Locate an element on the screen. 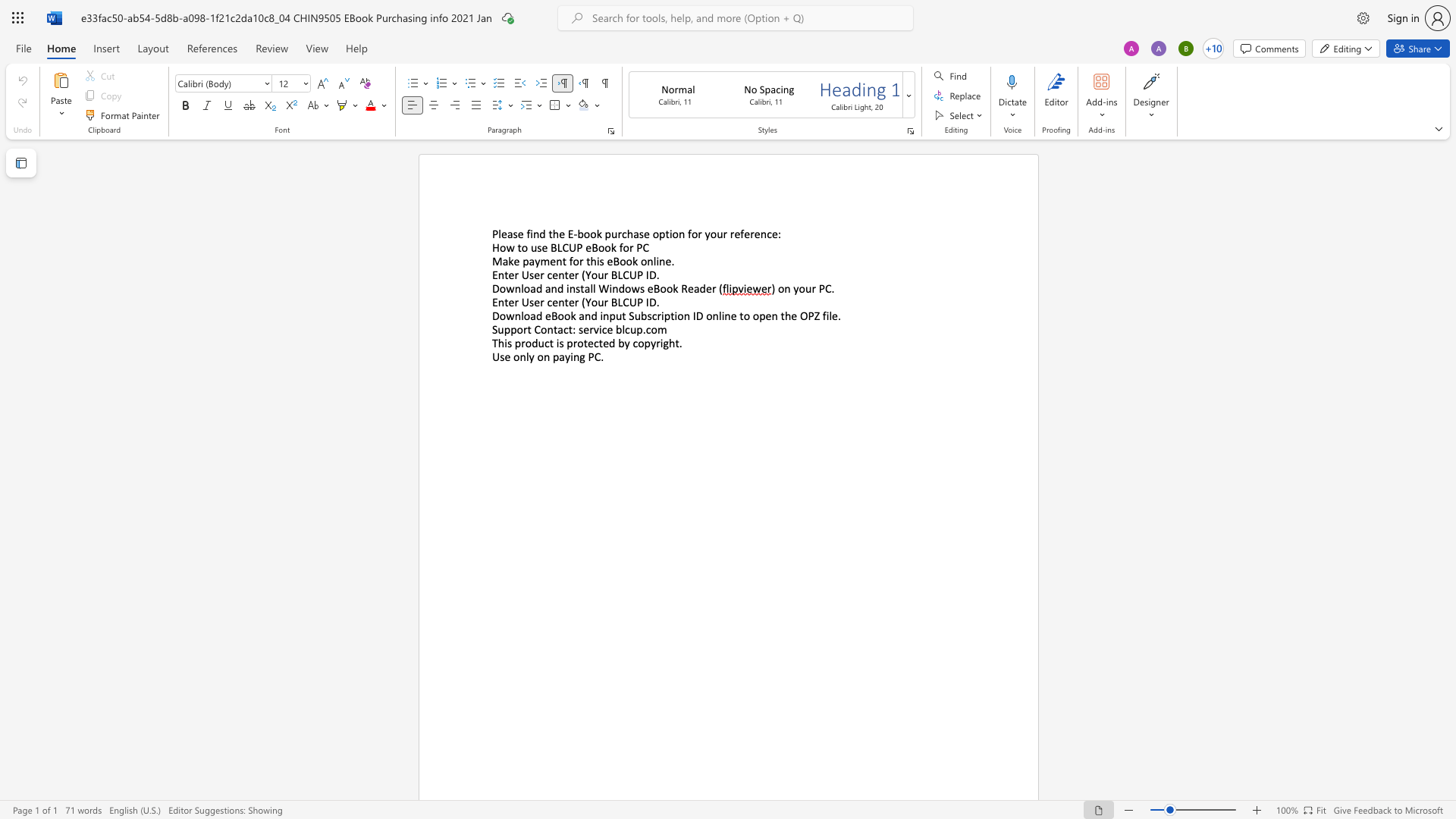 The height and width of the screenshot is (819, 1456). the space between the continuous character "e" and "B" in the text is located at coordinates (591, 246).